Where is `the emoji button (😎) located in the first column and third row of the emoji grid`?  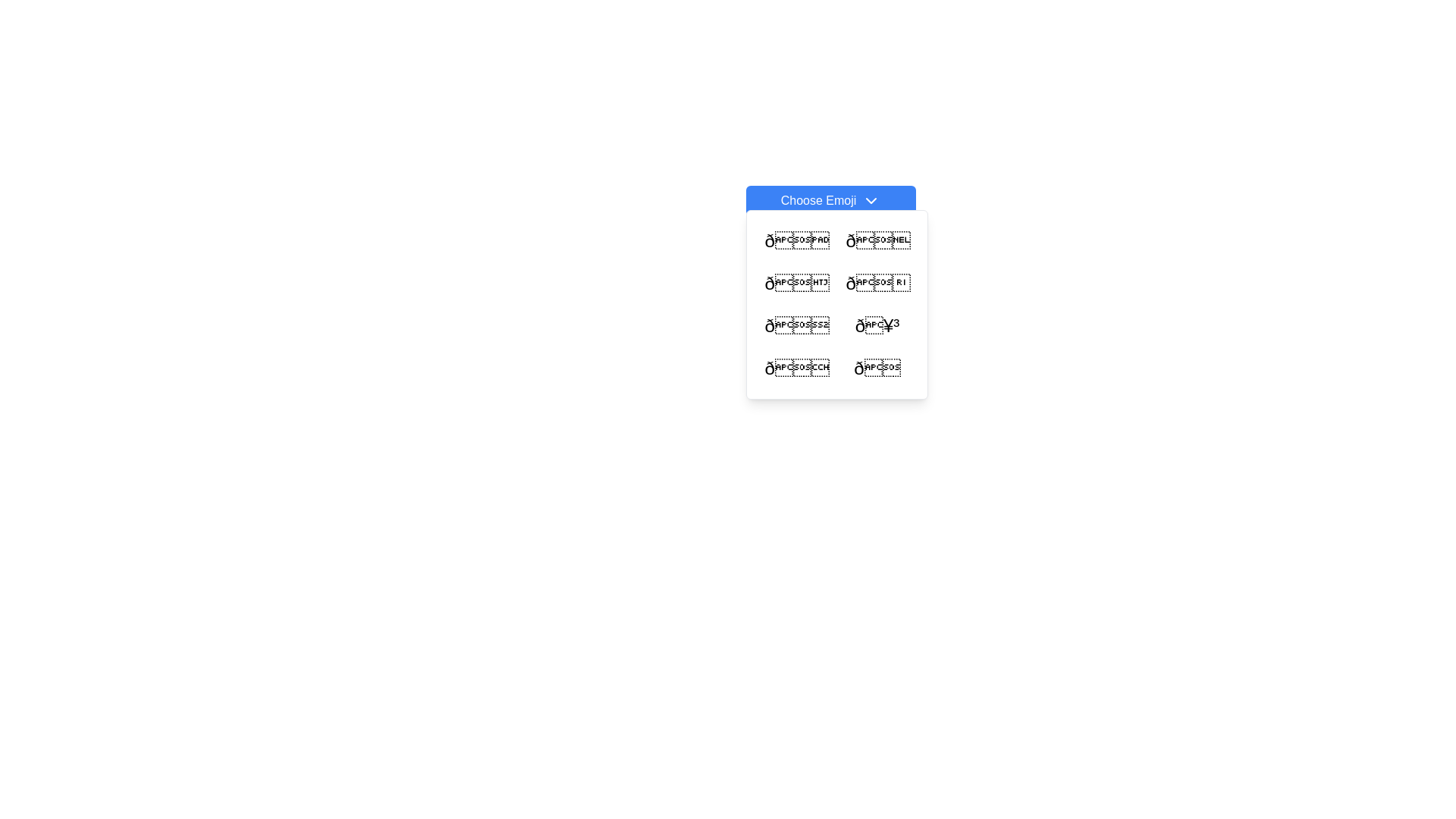 the emoji button (😎) located in the first column and third row of the emoji grid is located at coordinates (795, 325).